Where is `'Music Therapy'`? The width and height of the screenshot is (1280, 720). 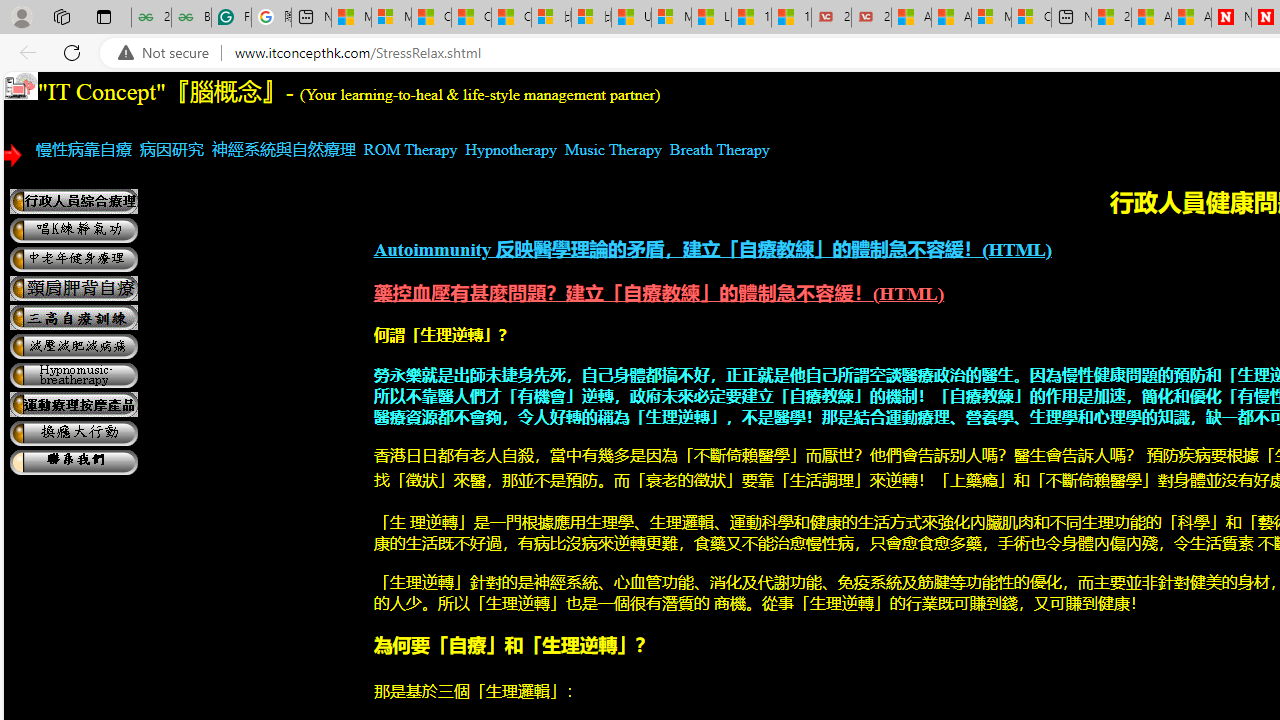
'Music Therapy' is located at coordinates (612, 148).